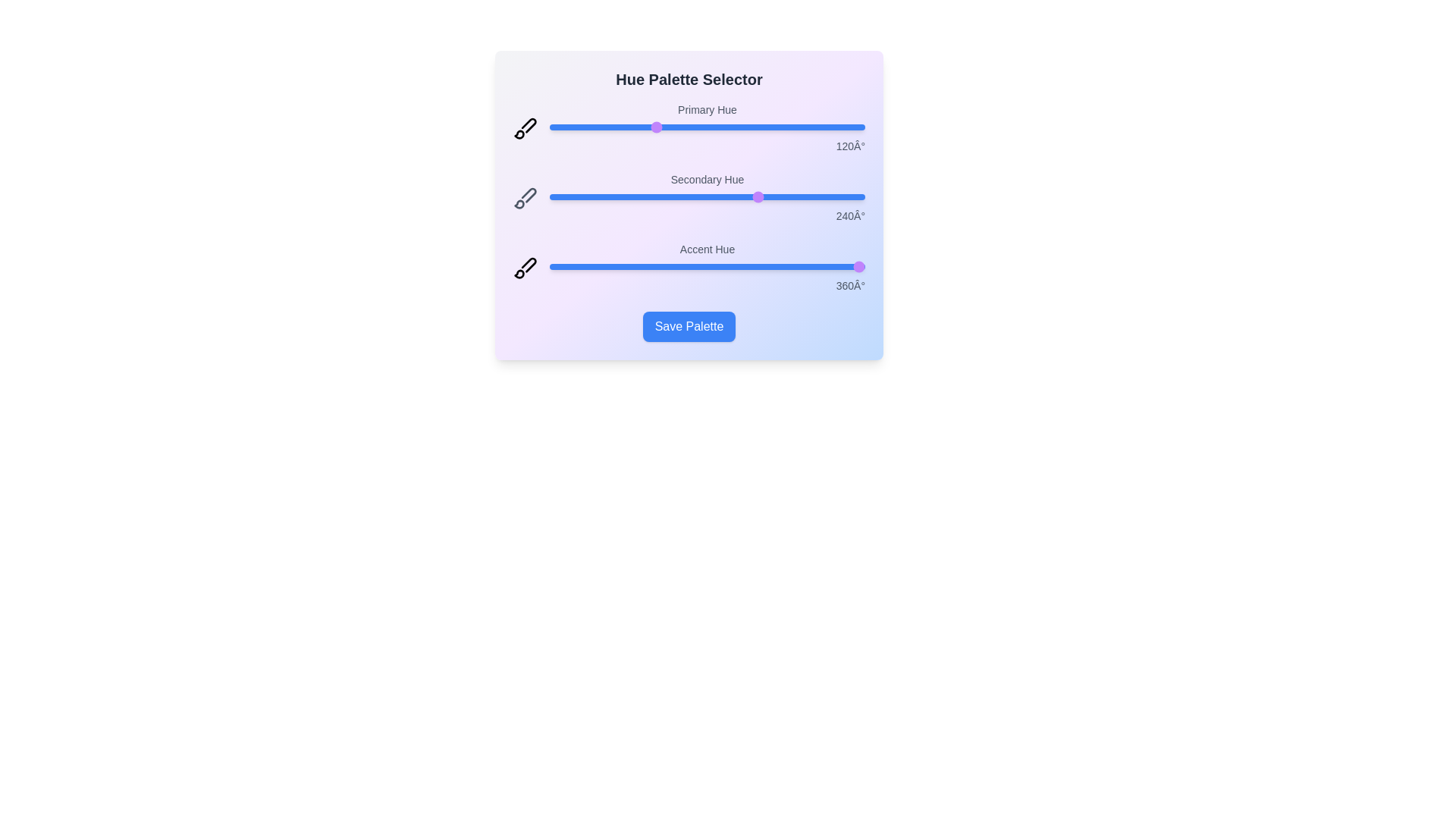 The height and width of the screenshot is (819, 1456). What do you see at coordinates (706, 146) in the screenshot?
I see `the hue value text to select it` at bounding box center [706, 146].